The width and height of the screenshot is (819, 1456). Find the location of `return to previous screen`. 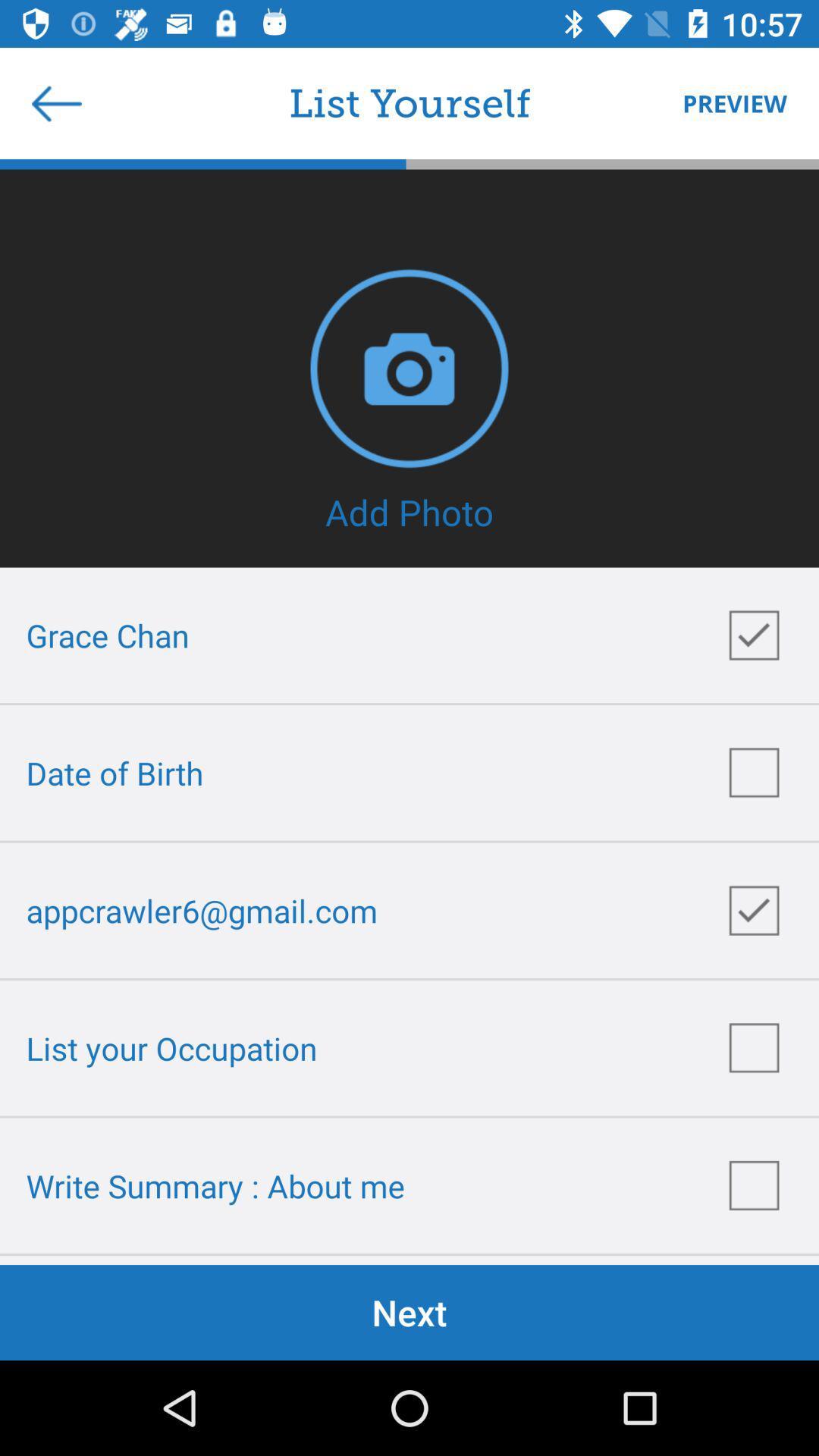

return to previous screen is located at coordinates (55, 102).